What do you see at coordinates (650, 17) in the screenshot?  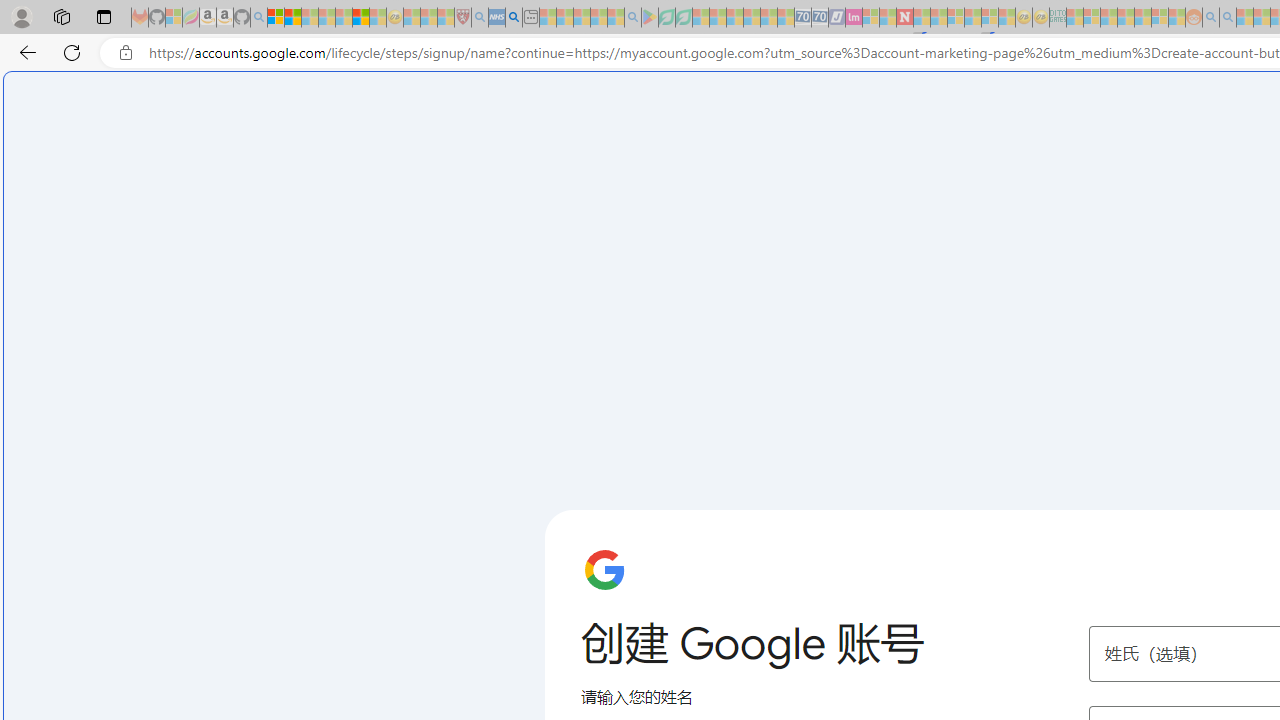 I see `'Bluey: Let'` at bounding box center [650, 17].